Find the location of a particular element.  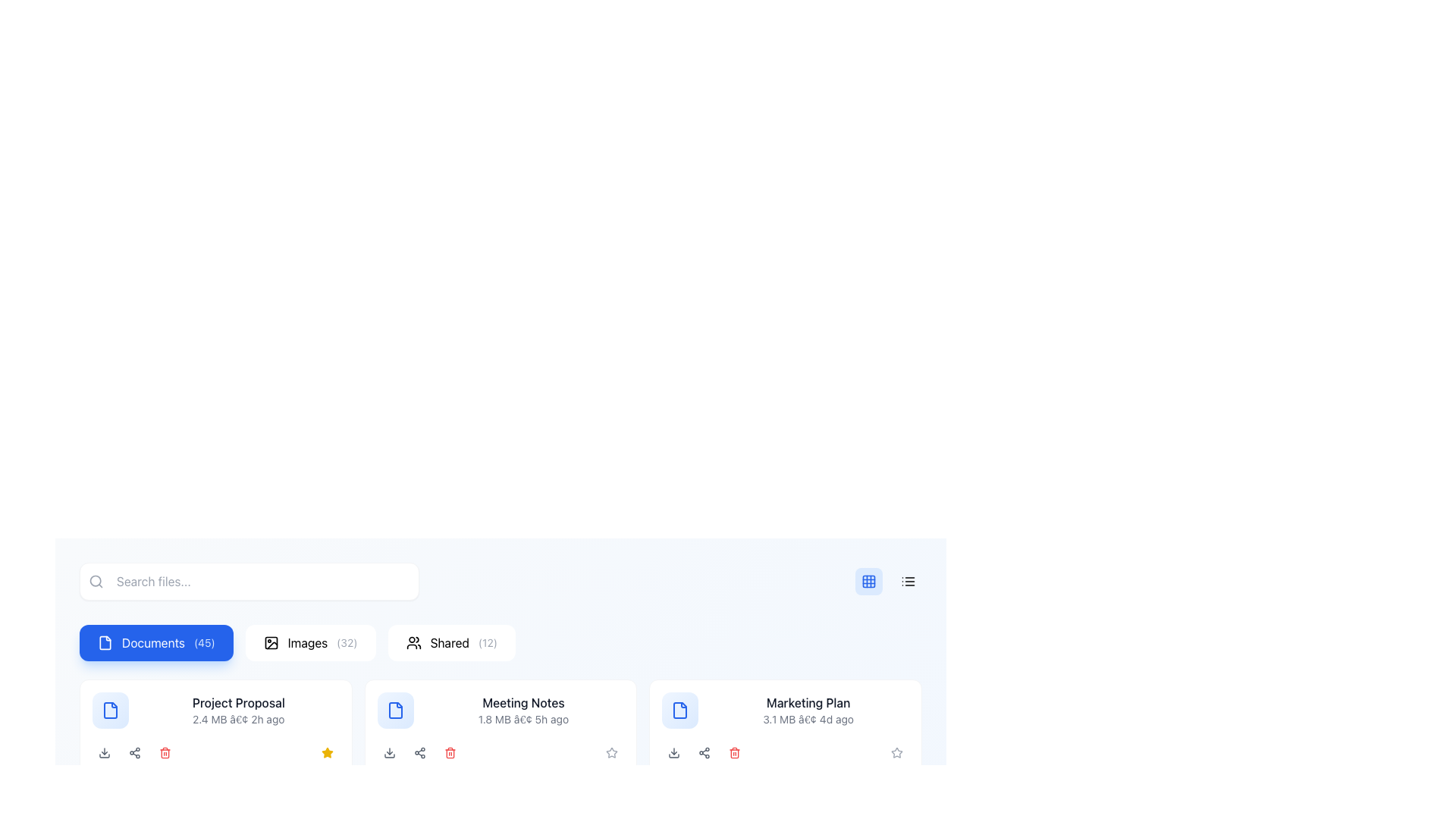

the file icon representing the 'Documents' section, which is positioned to the left of the text 'Documents (45)' in the top-left corner of the button is located at coordinates (105, 643).